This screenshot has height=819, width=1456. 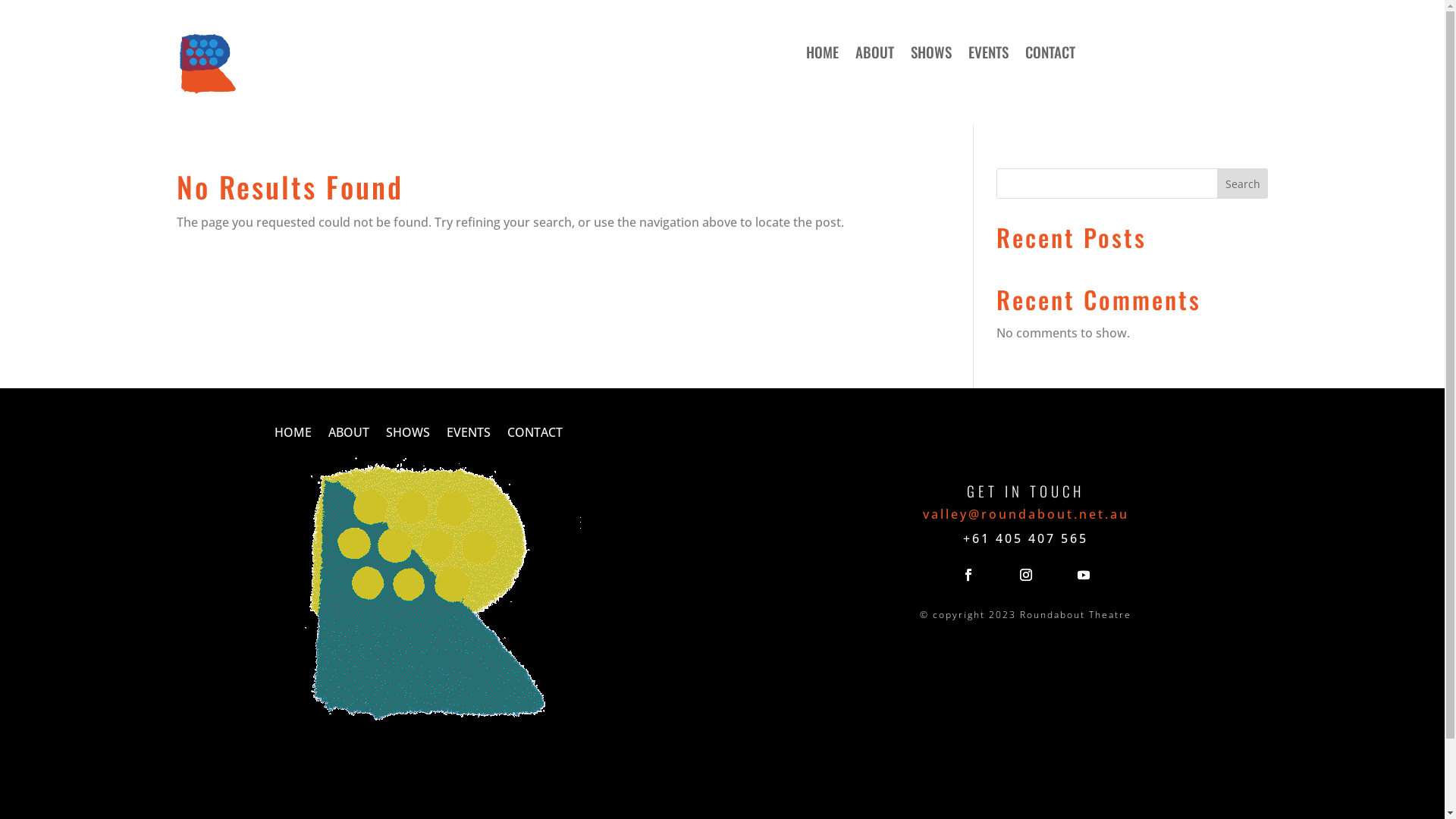 What do you see at coordinates (1216, 183) in the screenshot?
I see `'Search'` at bounding box center [1216, 183].